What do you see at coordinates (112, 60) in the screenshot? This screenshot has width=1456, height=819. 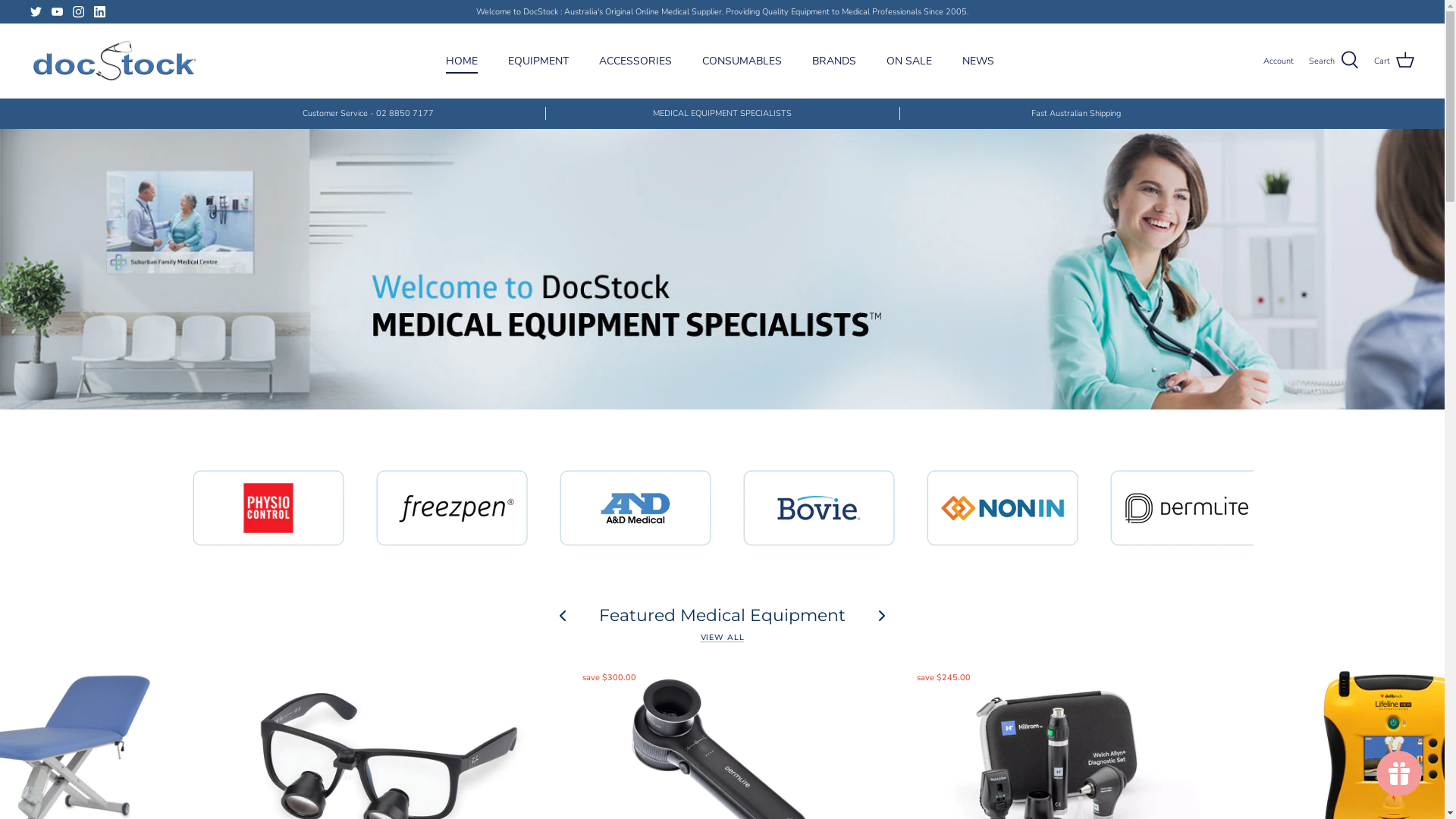 I see `'DocStock'` at bounding box center [112, 60].